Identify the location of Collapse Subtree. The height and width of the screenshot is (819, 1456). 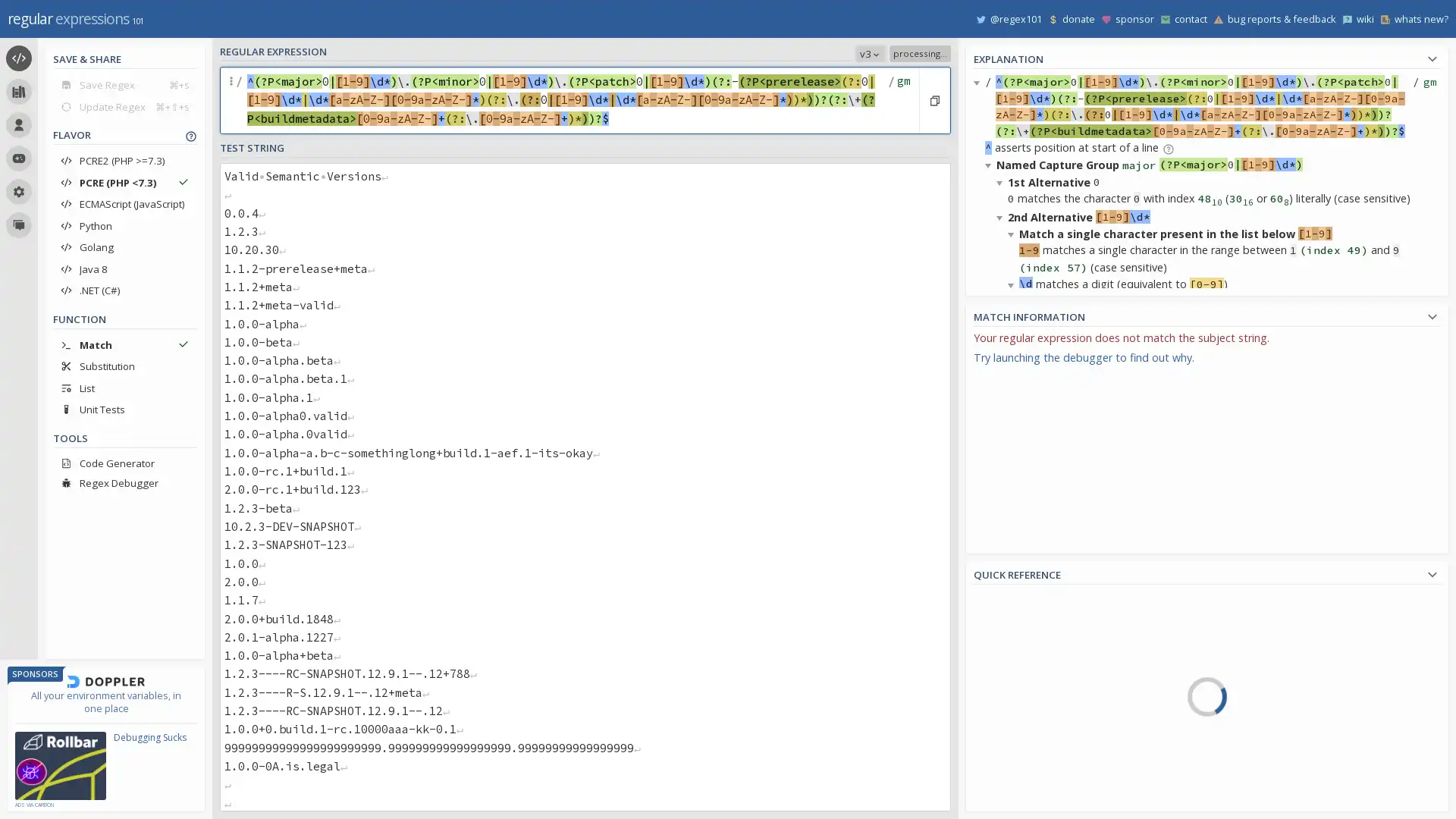
(1013, 611).